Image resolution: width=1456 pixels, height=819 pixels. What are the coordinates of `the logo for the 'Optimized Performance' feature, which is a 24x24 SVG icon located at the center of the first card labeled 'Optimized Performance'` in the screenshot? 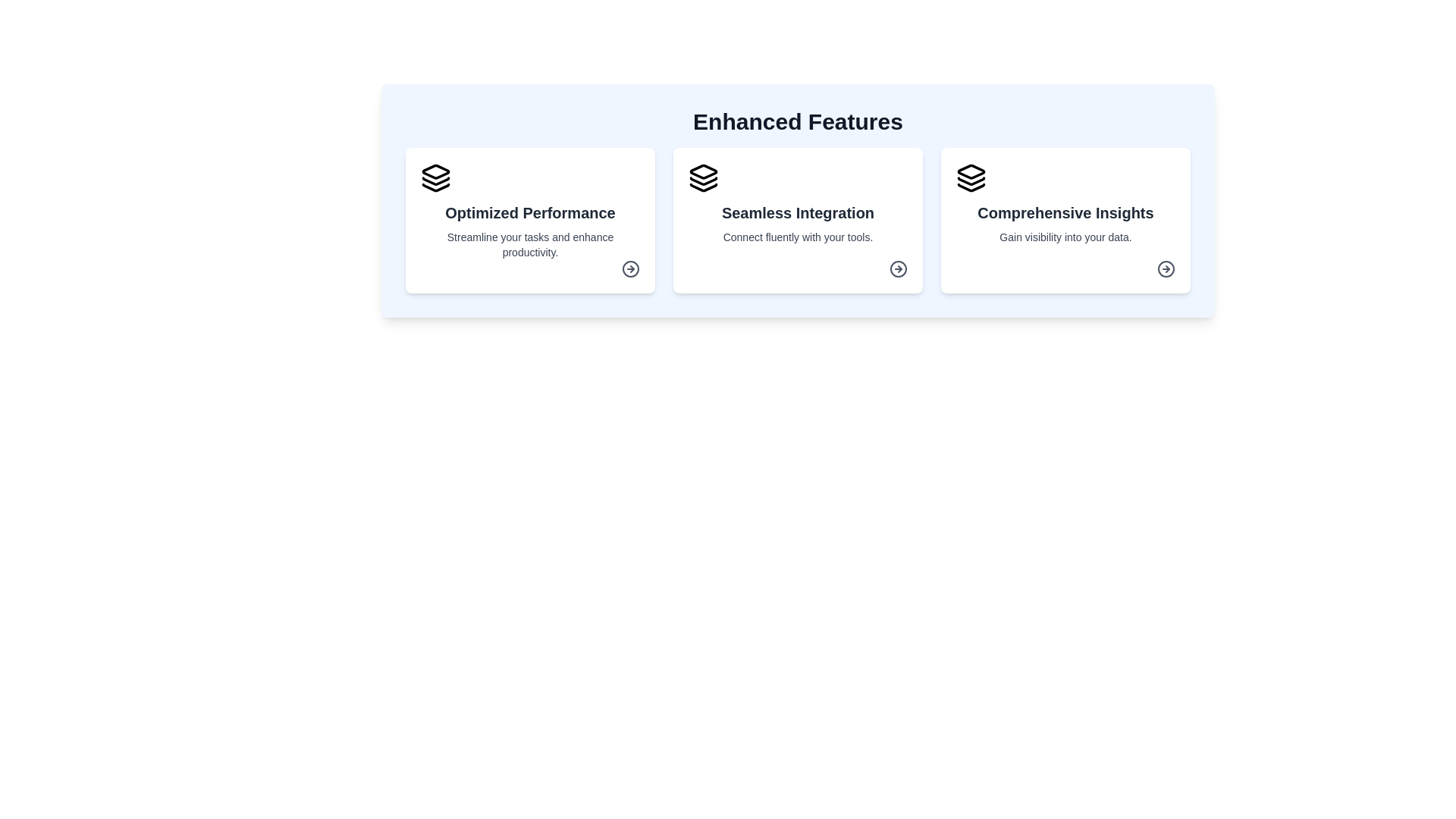 It's located at (435, 171).